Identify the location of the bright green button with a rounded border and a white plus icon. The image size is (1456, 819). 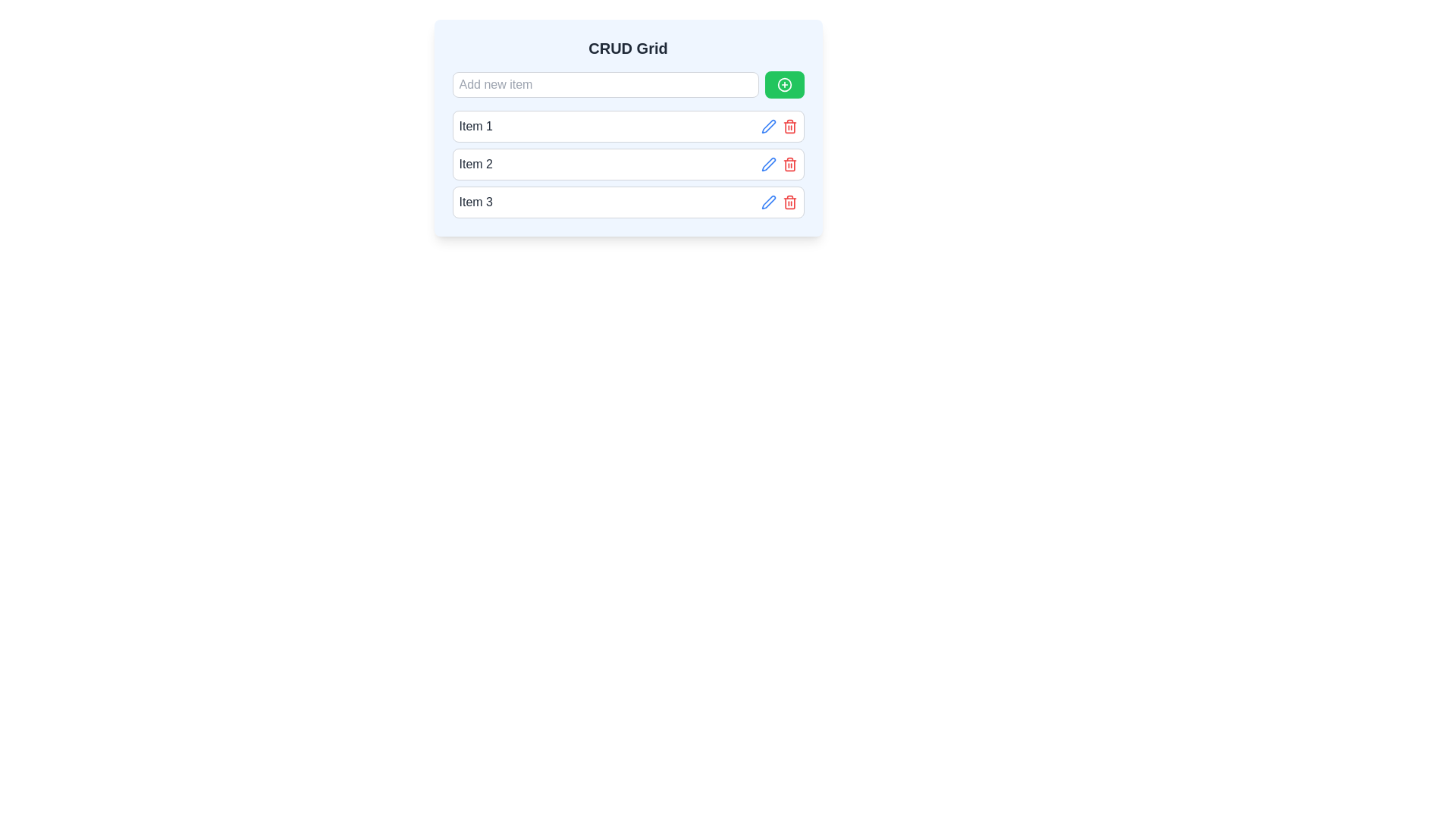
(784, 84).